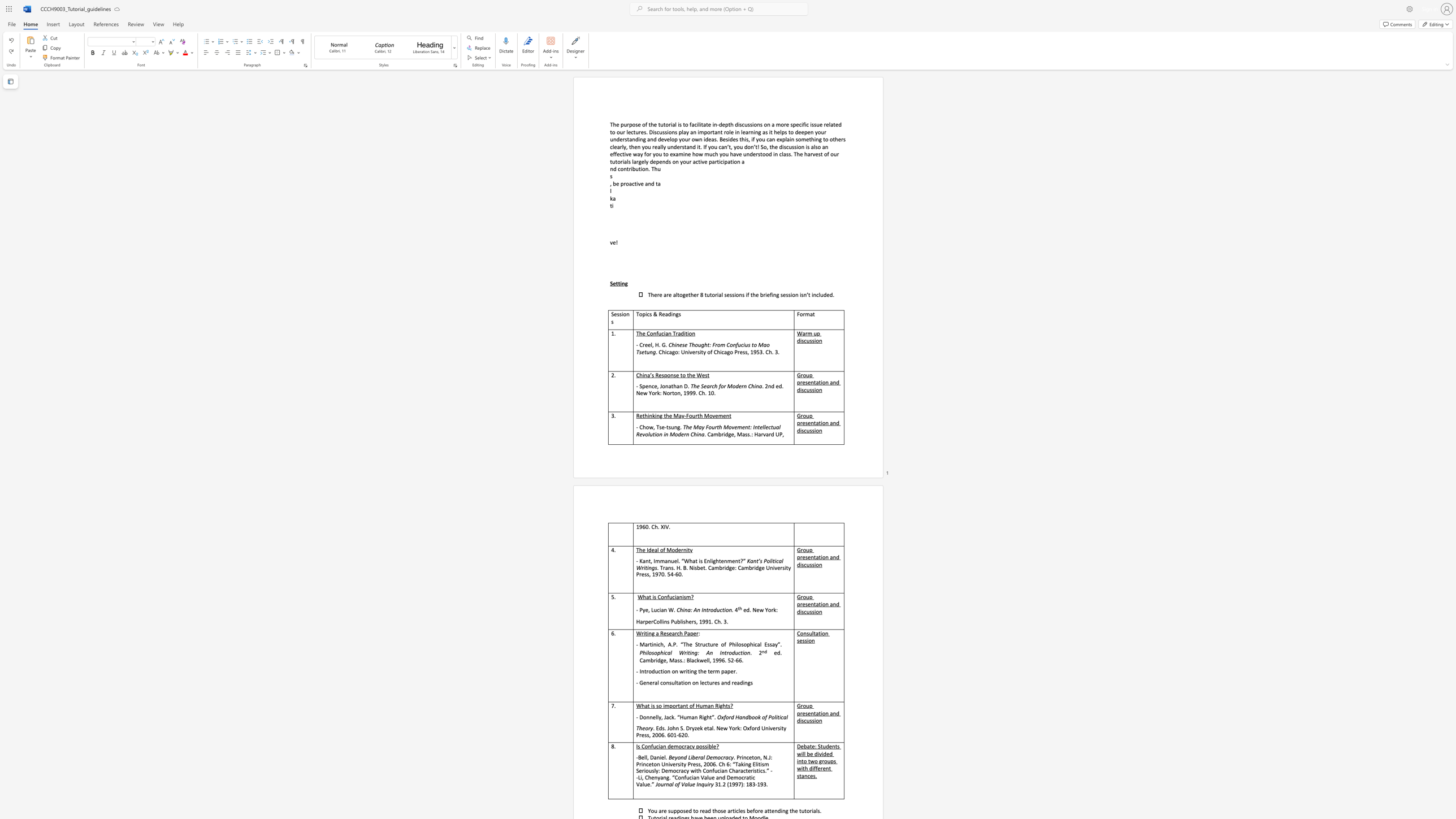  Describe the element at coordinates (672, 313) in the screenshot. I see `the subset text "ng" within the text "Topics & Readings"` at that location.